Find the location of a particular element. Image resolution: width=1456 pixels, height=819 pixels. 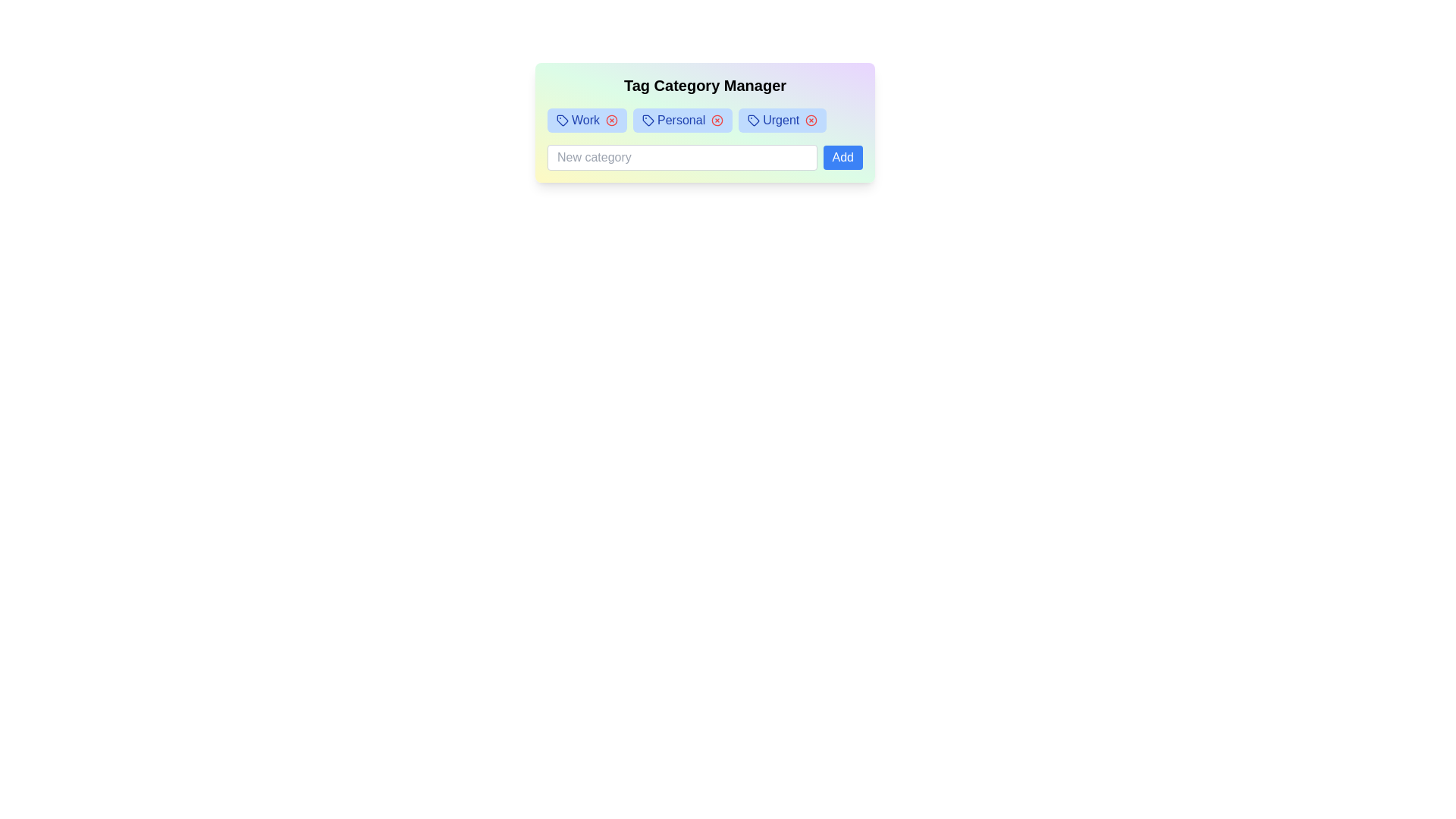

the tag icon inside the 'Personal' button is located at coordinates (648, 119).